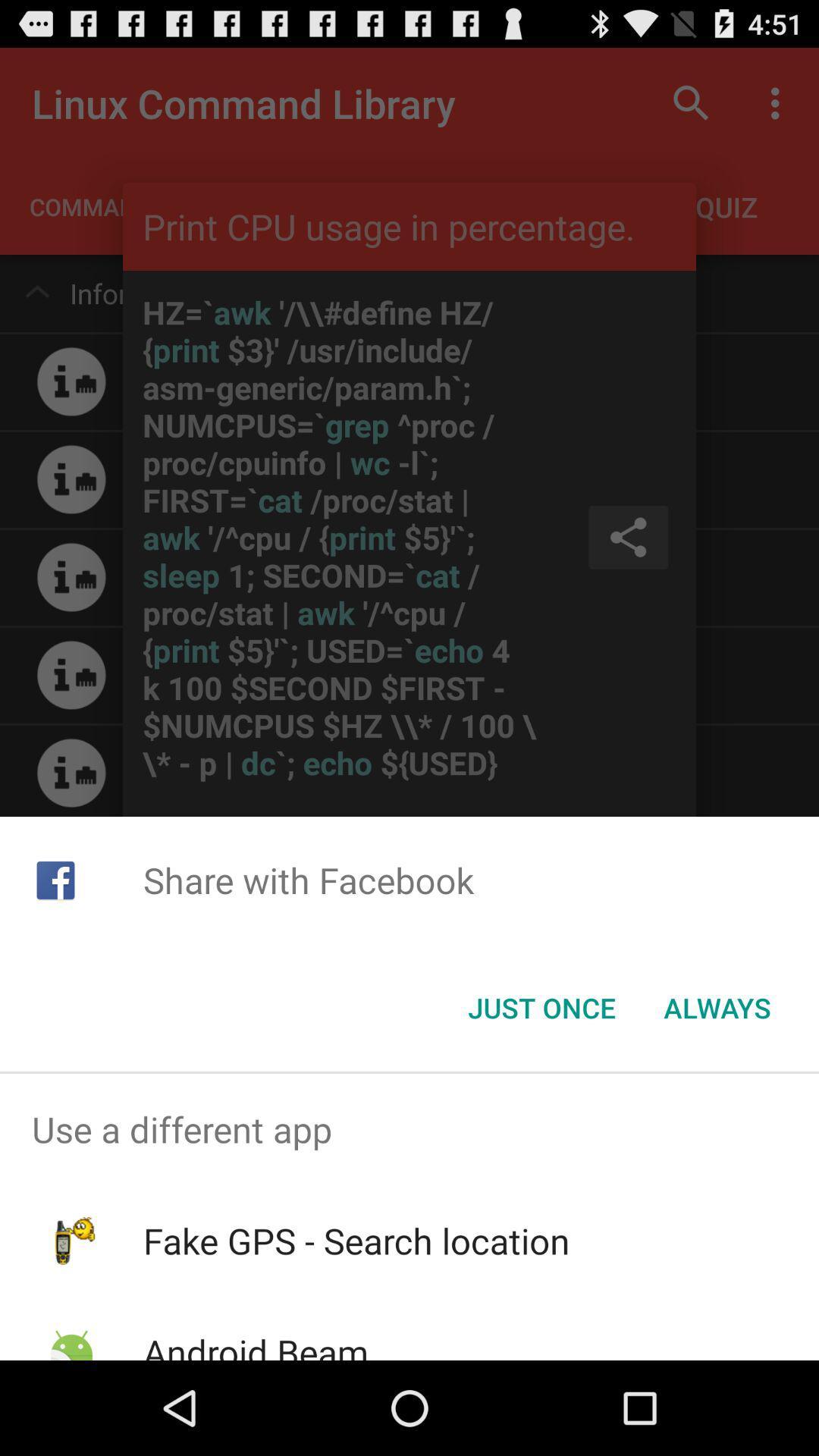  What do you see at coordinates (409, 1129) in the screenshot?
I see `app above fake gps search` at bounding box center [409, 1129].